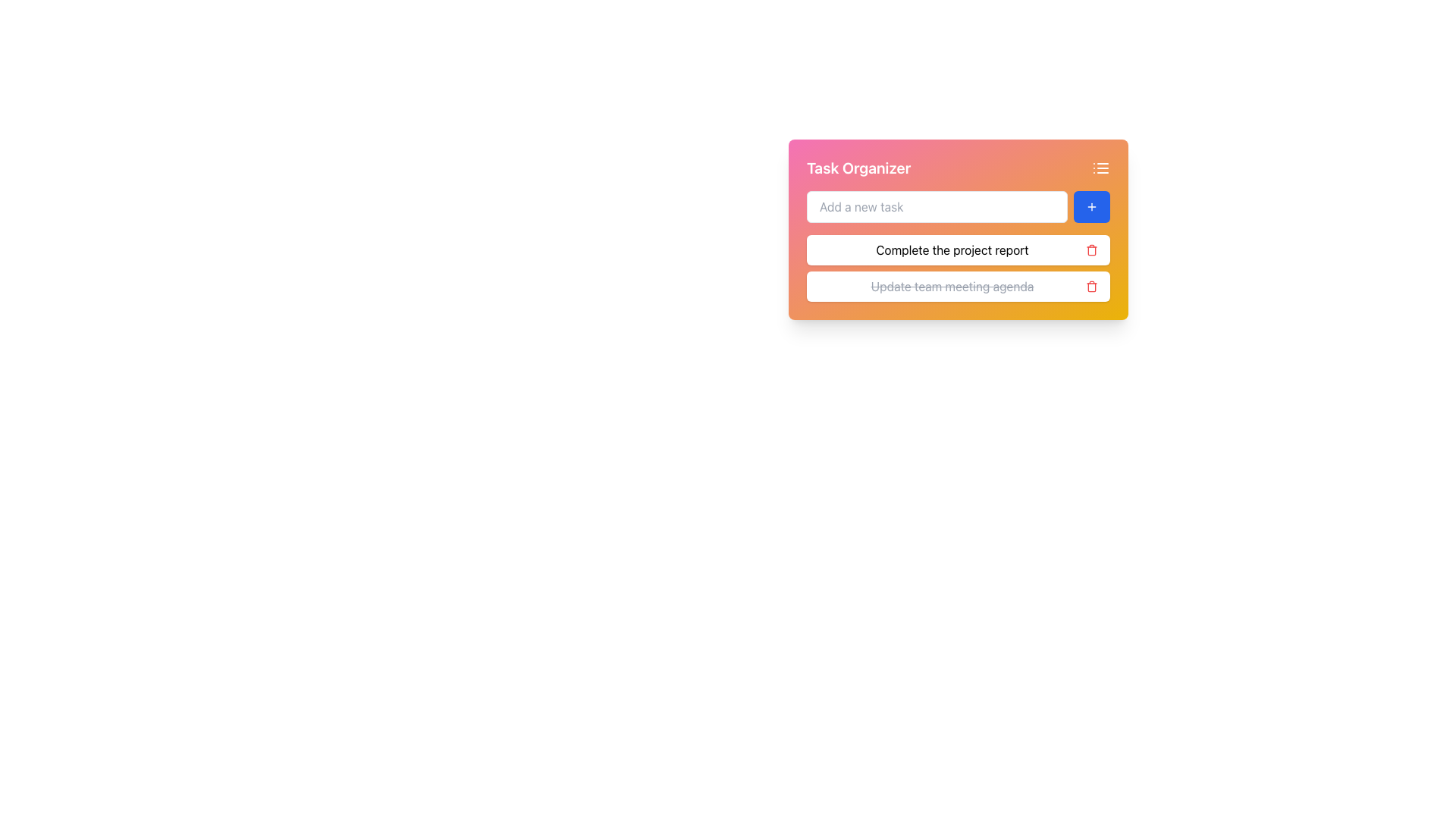 Image resolution: width=1456 pixels, height=819 pixels. Describe the element at coordinates (952, 249) in the screenshot. I see `the Text Label that displays the task name, which is centrally located within a card component, positioned above the task labeled 'Update team meeting agenda'` at that location.